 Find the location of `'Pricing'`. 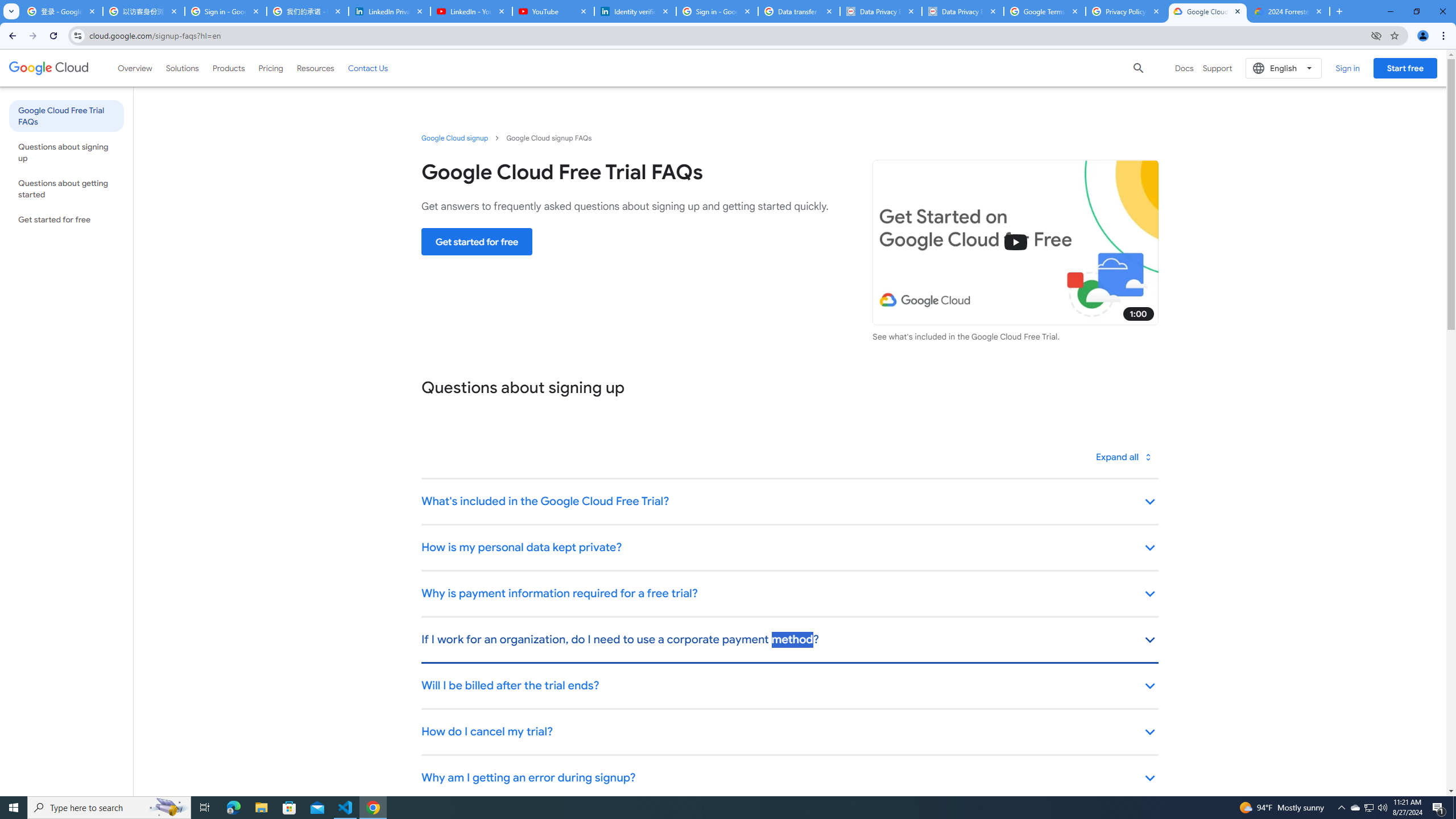

'Pricing' is located at coordinates (271, 67).